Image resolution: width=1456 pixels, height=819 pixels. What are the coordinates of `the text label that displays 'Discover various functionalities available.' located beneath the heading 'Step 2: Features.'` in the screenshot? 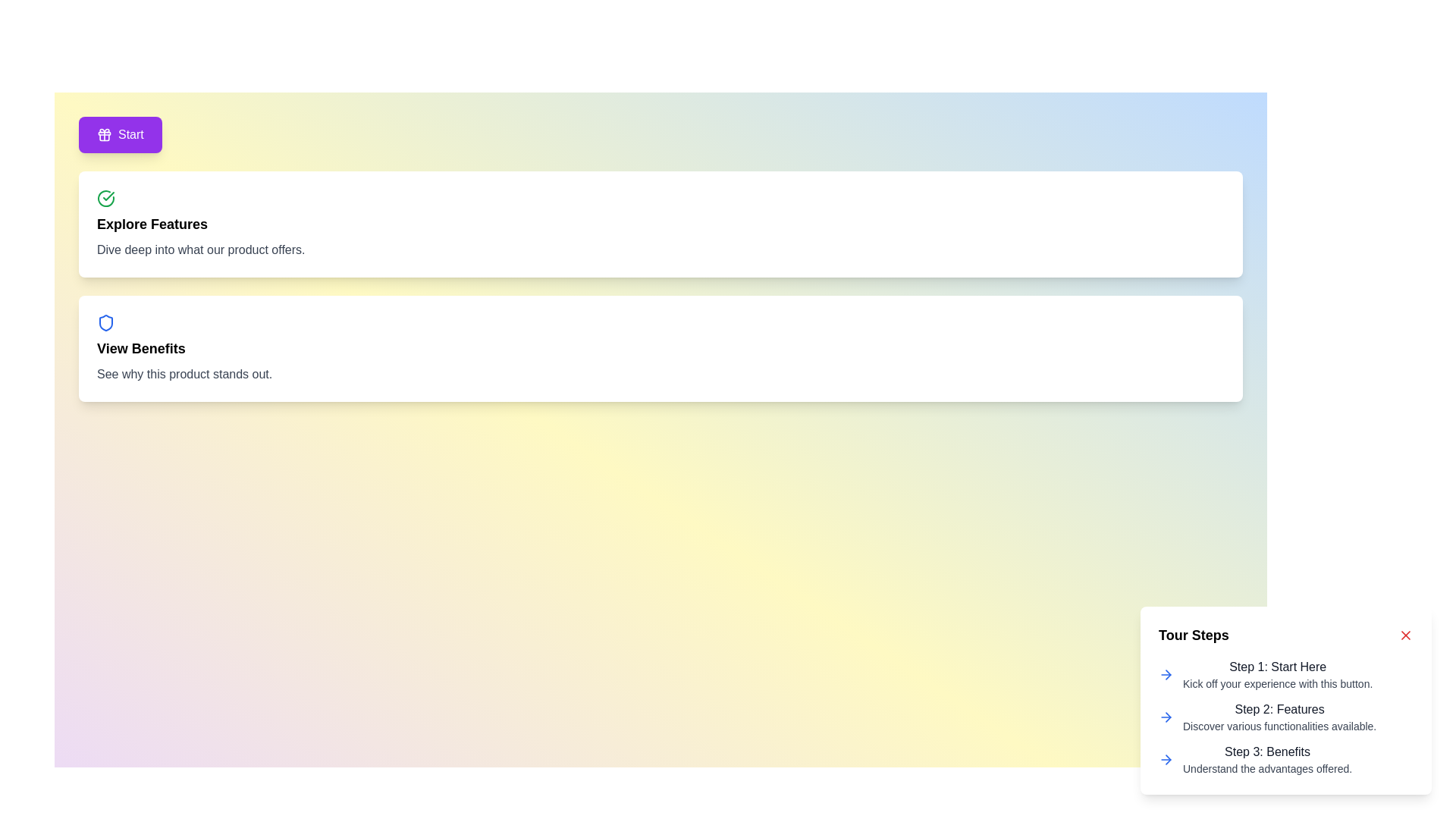 It's located at (1279, 725).